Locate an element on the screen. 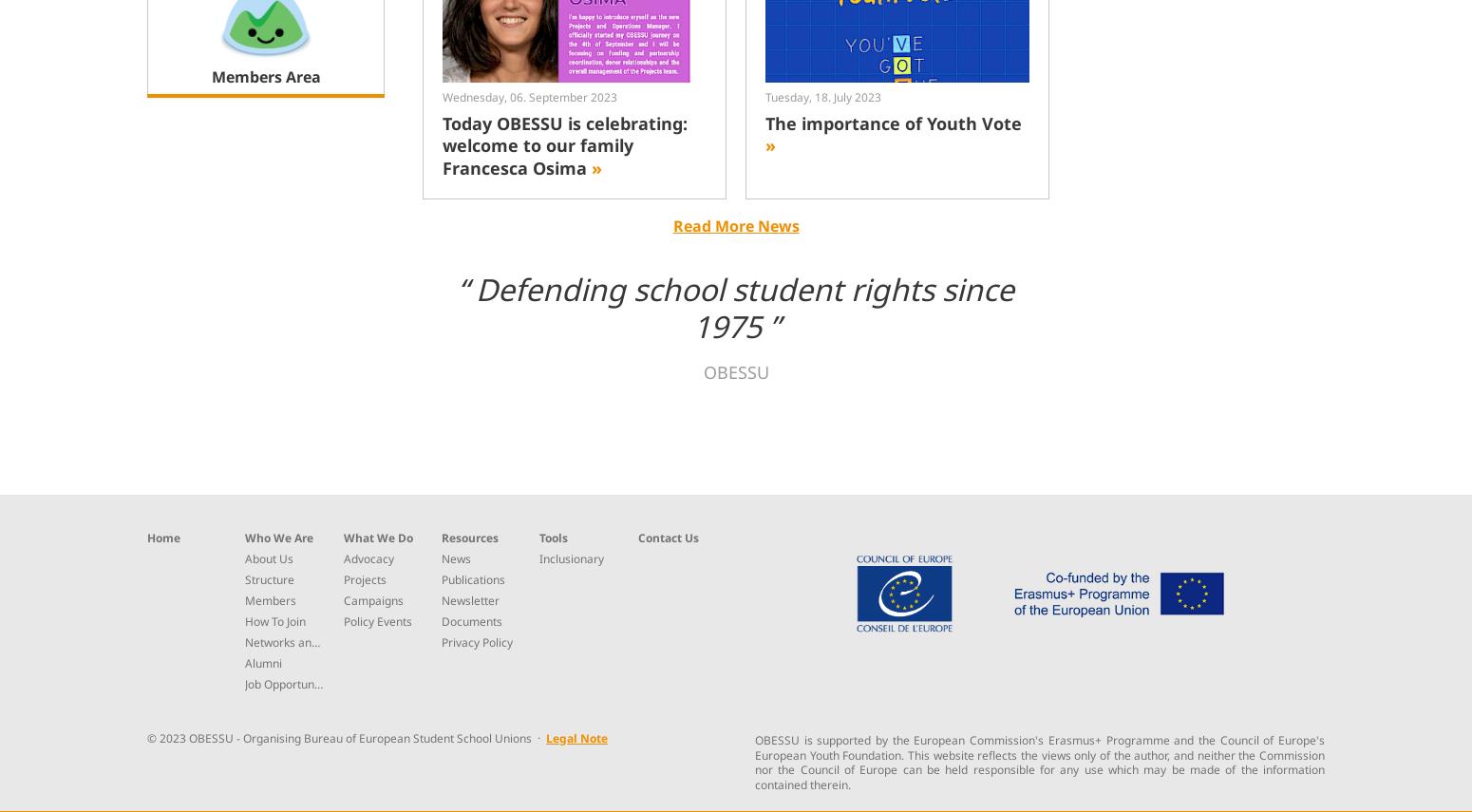 The image size is (1472, 812). 'Documents' is located at coordinates (470, 619).